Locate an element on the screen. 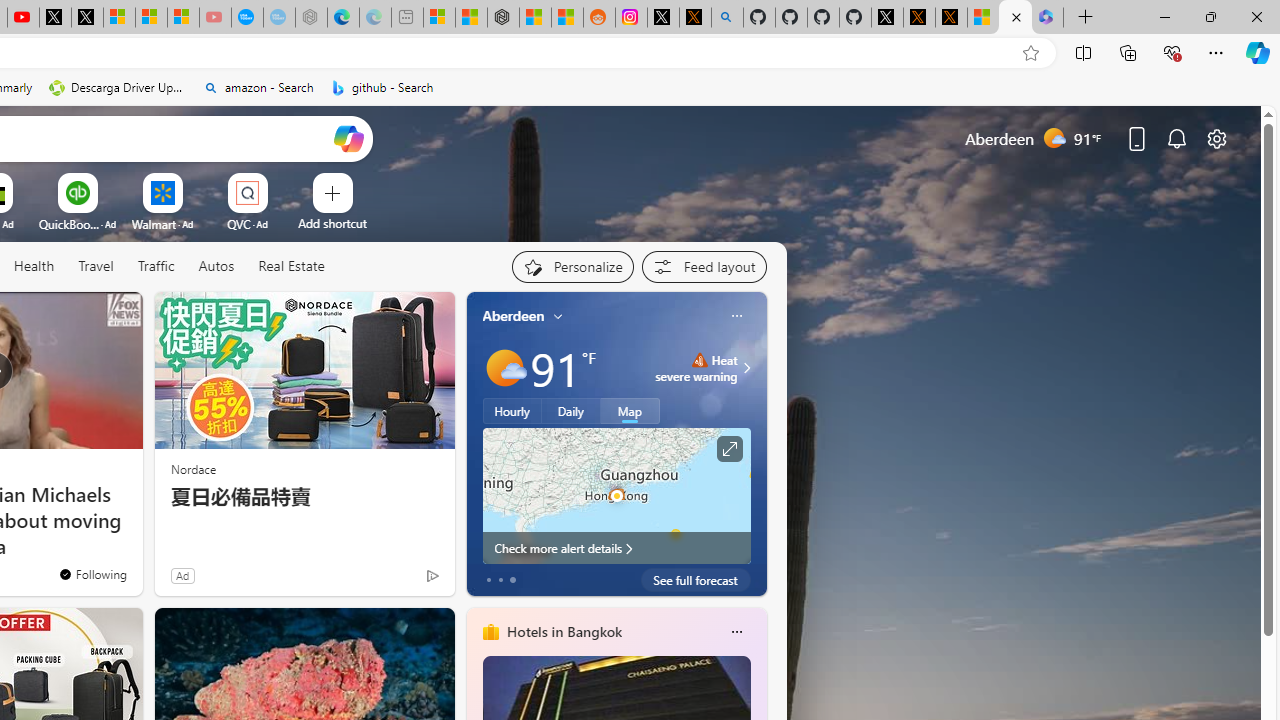 The image size is (1280, 720). 'Traffic' is located at coordinates (155, 266).